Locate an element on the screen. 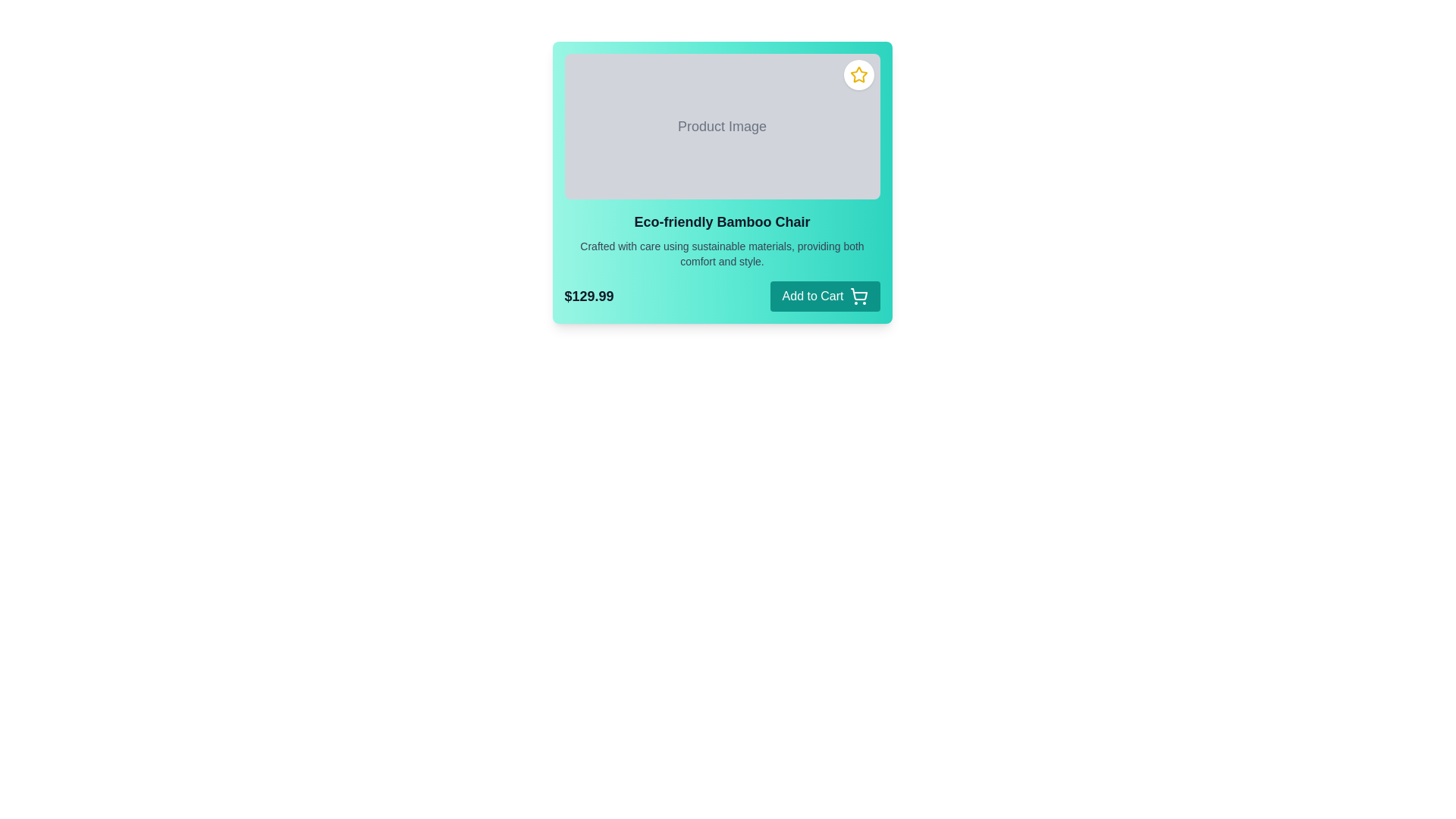  the shopping cart icon located to the right of the 'Add to Cart' text is located at coordinates (858, 296).